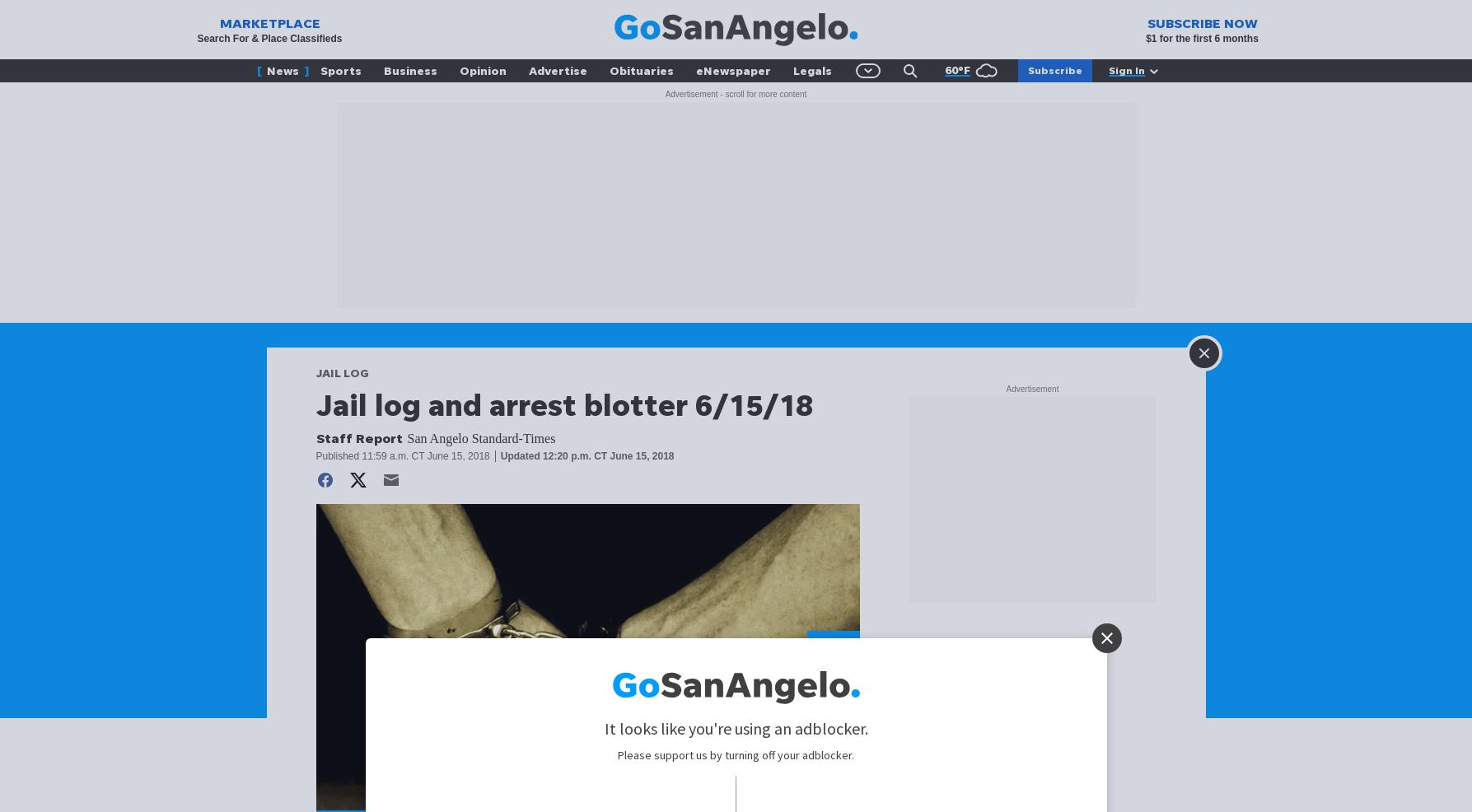 The image size is (1472, 812). I want to click on 'Opinion', so click(482, 70).